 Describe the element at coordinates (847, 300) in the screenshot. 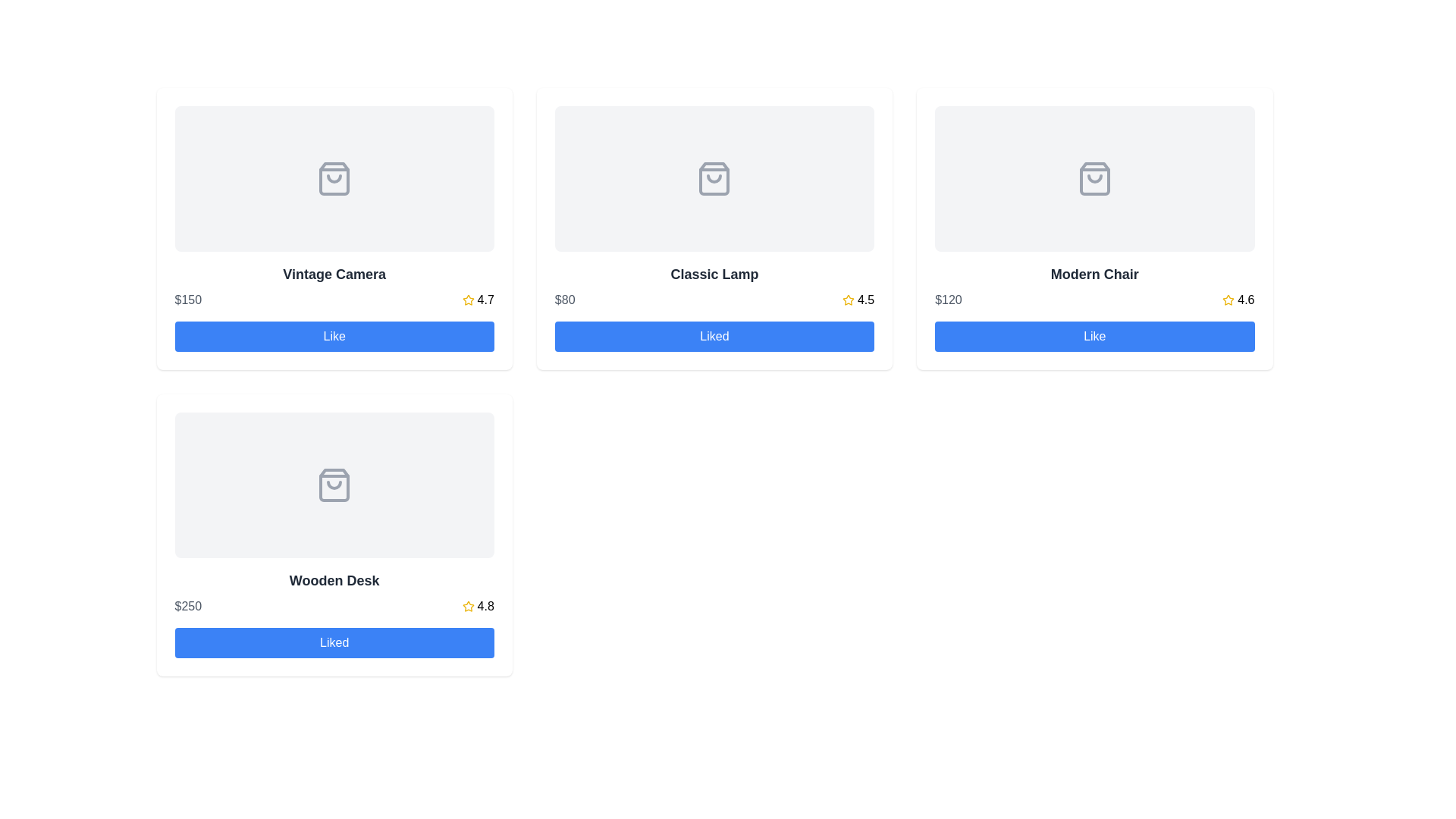

I see `the rating icon representing the 'Classic Lamp' item, located next to the numeric rating text '4.5'` at that location.